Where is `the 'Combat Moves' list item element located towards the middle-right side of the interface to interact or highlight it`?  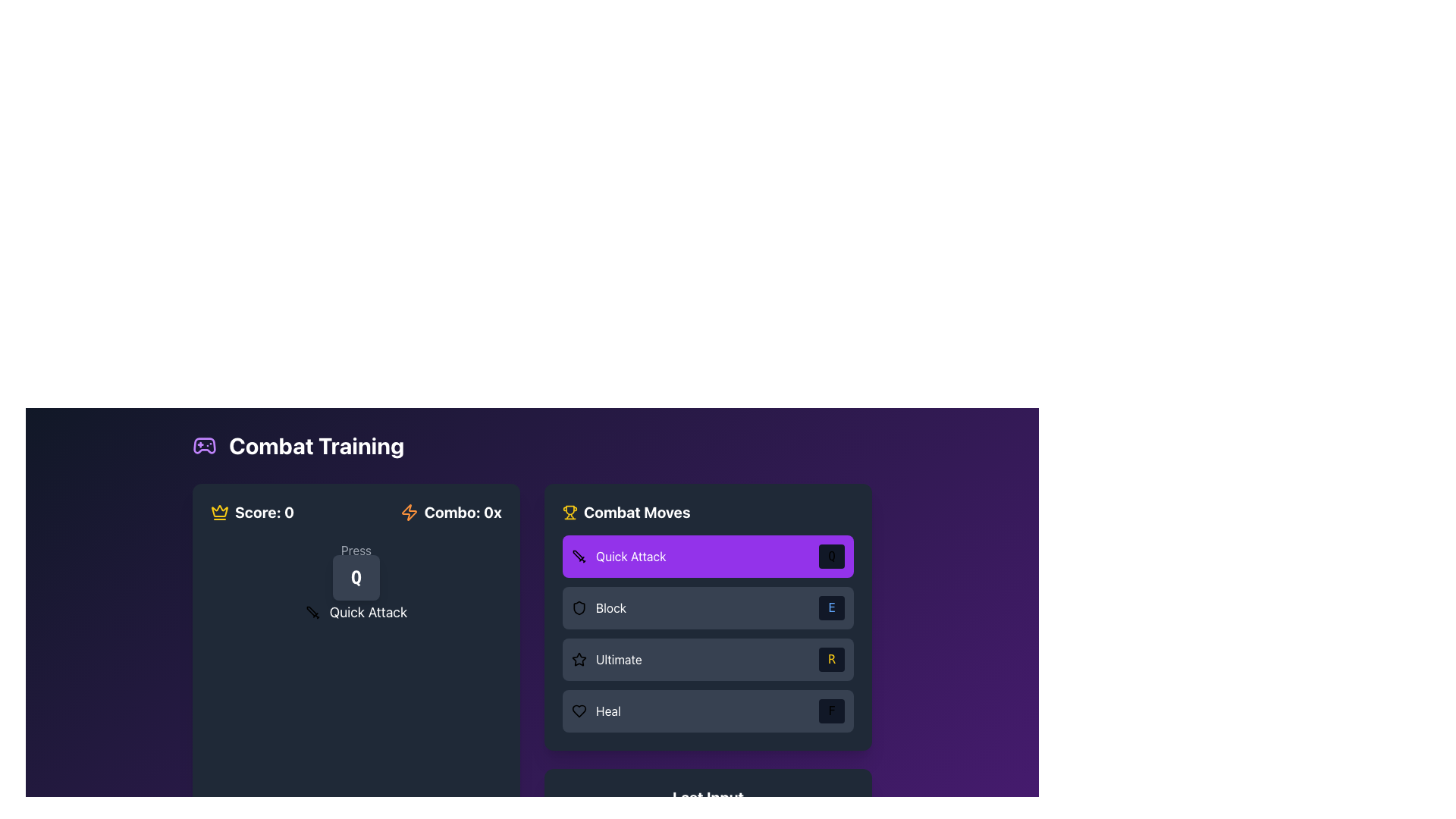
the 'Combat Moves' list item element located towards the middle-right side of the interface to interact or highlight it is located at coordinates (708, 617).